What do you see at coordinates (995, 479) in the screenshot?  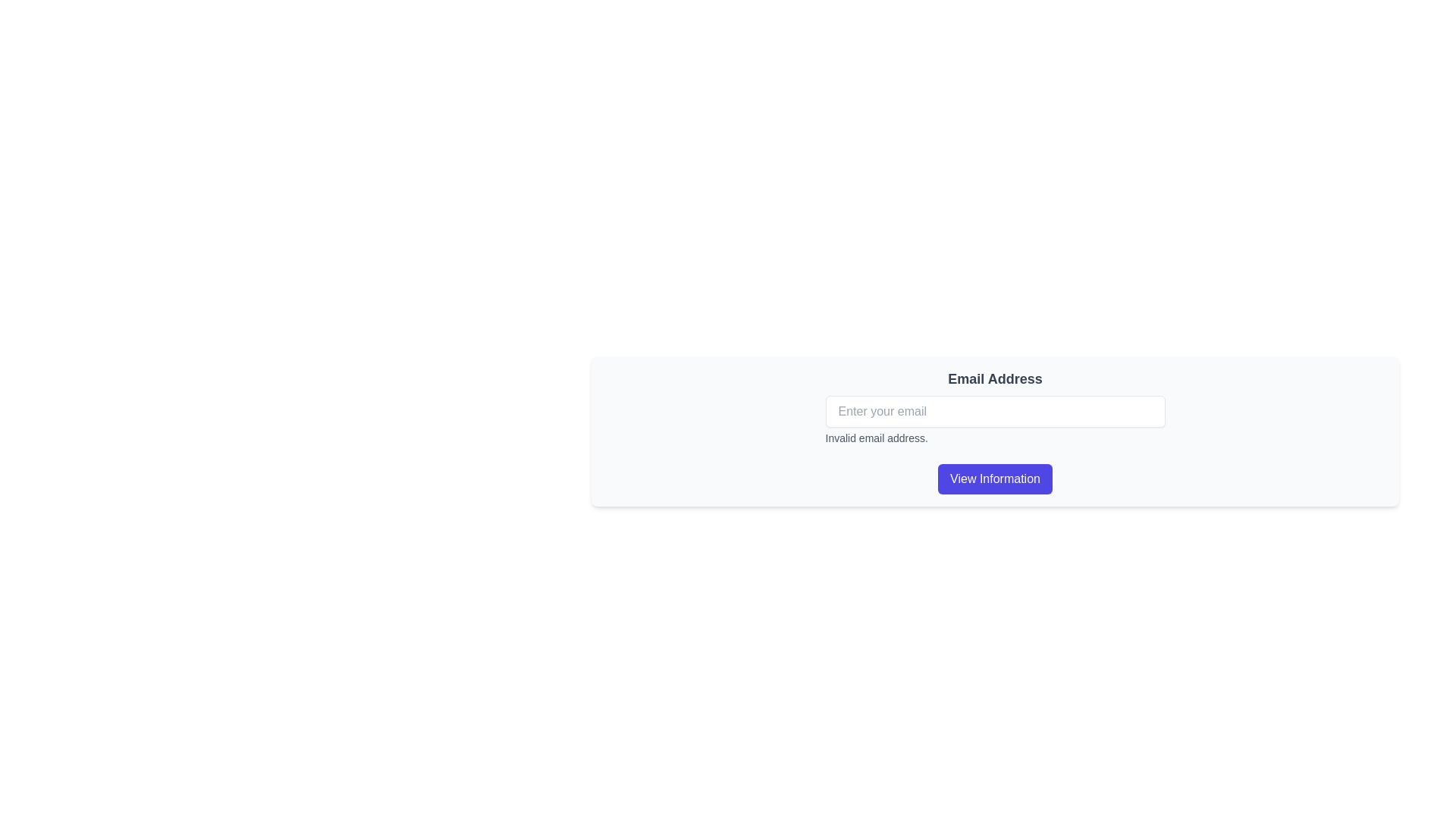 I see `the button at the bottom of the email input section to observe a background color change` at bounding box center [995, 479].